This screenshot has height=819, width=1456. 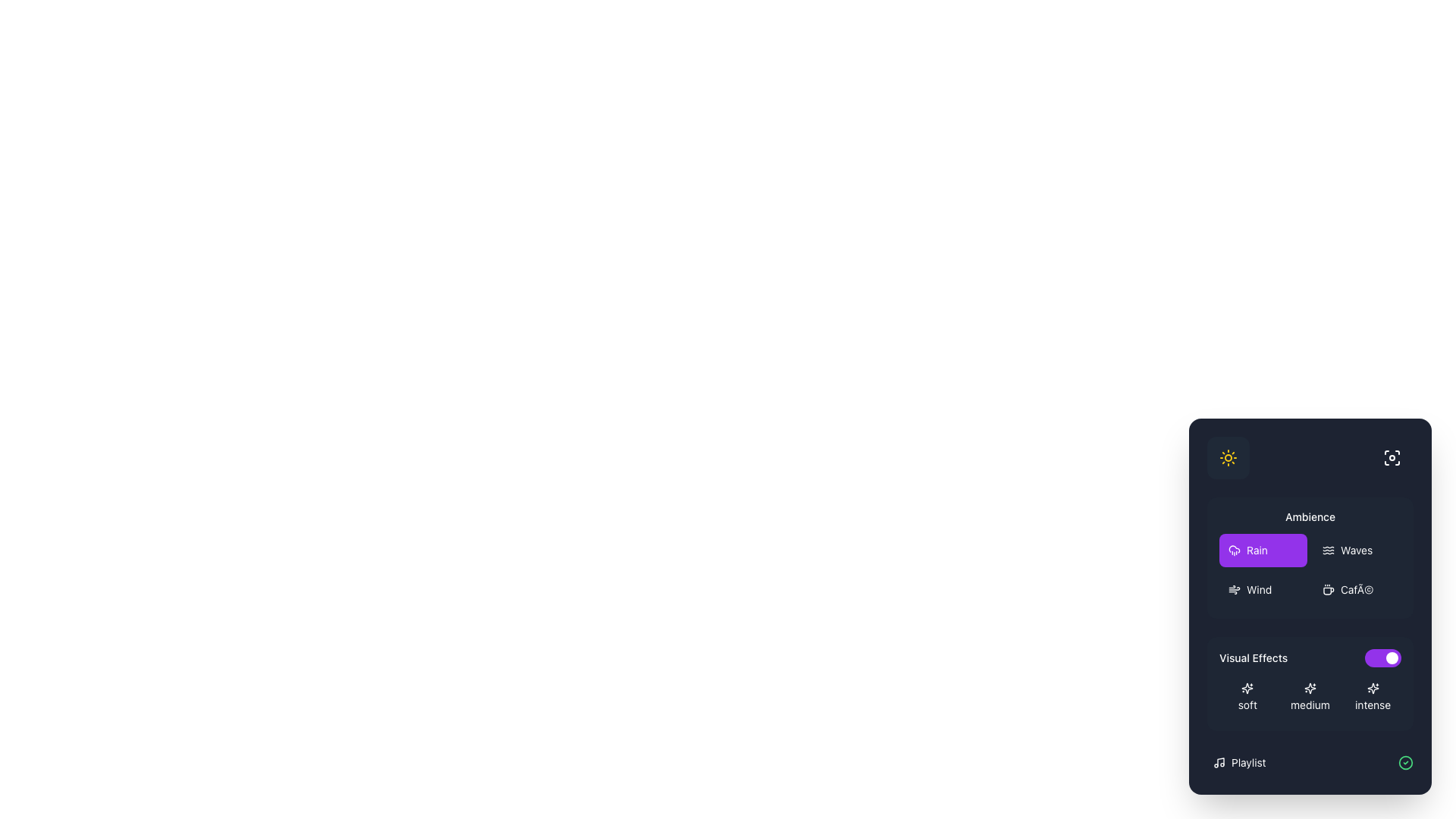 I want to click on the small decorative sparkles icon that is aligned with the 'soft' label in the Visual Effects section, so click(x=1247, y=688).